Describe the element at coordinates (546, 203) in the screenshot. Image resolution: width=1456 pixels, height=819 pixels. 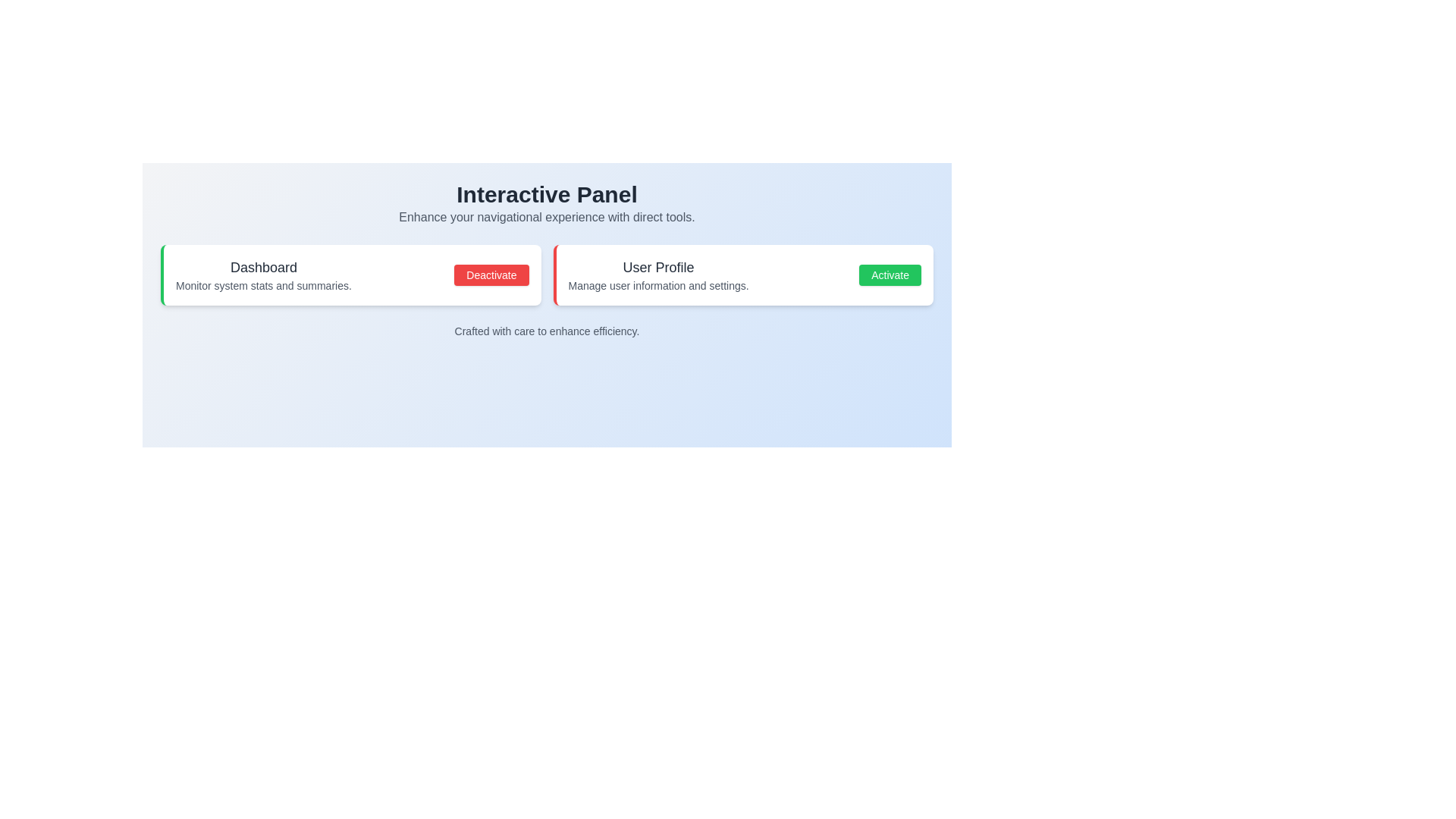
I see `text of the header section titled 'Interactive Panel' which includes the subtitle 'Enhance your navigational experience with direct tools.'` at that location.